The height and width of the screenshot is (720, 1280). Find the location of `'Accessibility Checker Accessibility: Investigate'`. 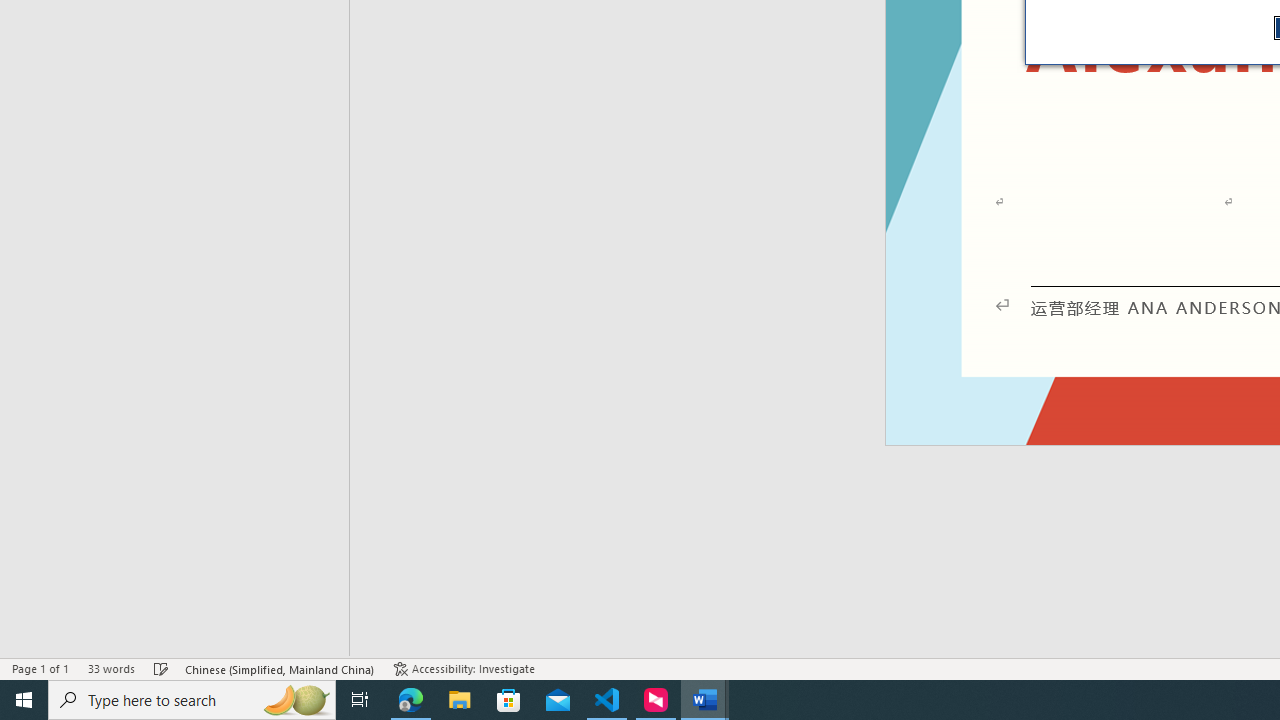

'Accessibility Checker Accessibility: Investigate' is located at coordinates (463, 669).